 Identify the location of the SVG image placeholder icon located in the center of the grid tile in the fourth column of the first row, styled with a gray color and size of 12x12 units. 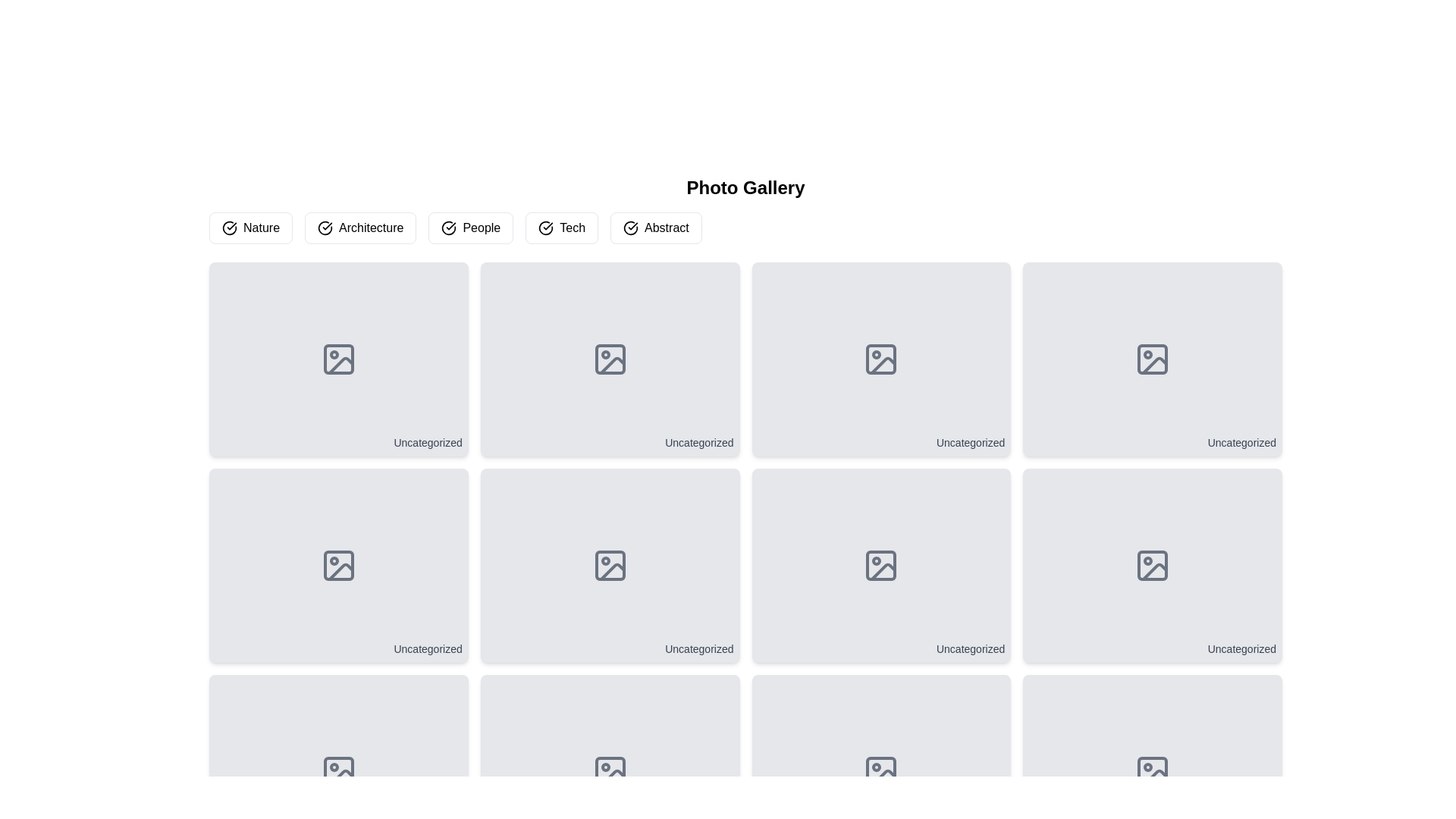
(1153, 359).